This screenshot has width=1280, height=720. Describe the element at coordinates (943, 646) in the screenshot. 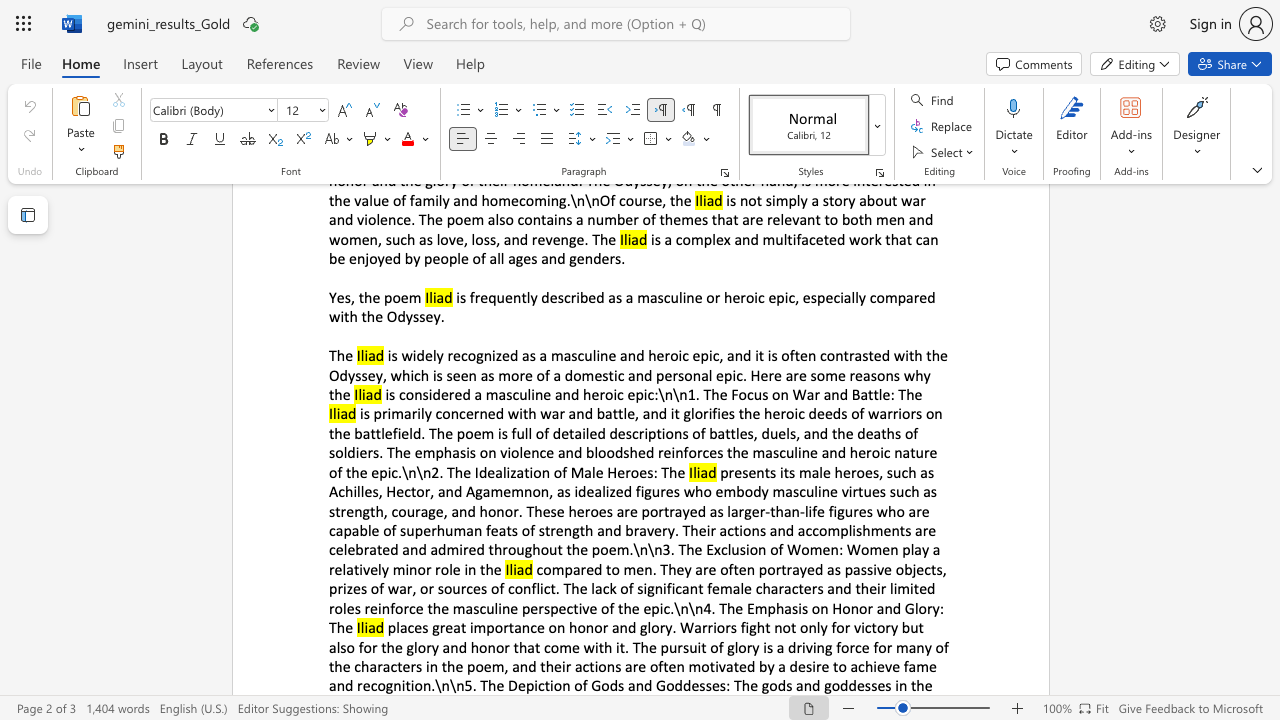

I see `the subset text "f the characters in the poem, and their action" within the text "places great importance on honor and glory. Warriors fight not only for victory but also for the glory and honor that come with it. The pursuit of glory is a driving force for many of the characters in the poem, and their actions are often motivated by a desire to achieve fame and recognition.\n\n5. The Depiction of Gods and Goddesses: The gods and goddesses in the"` at that location.